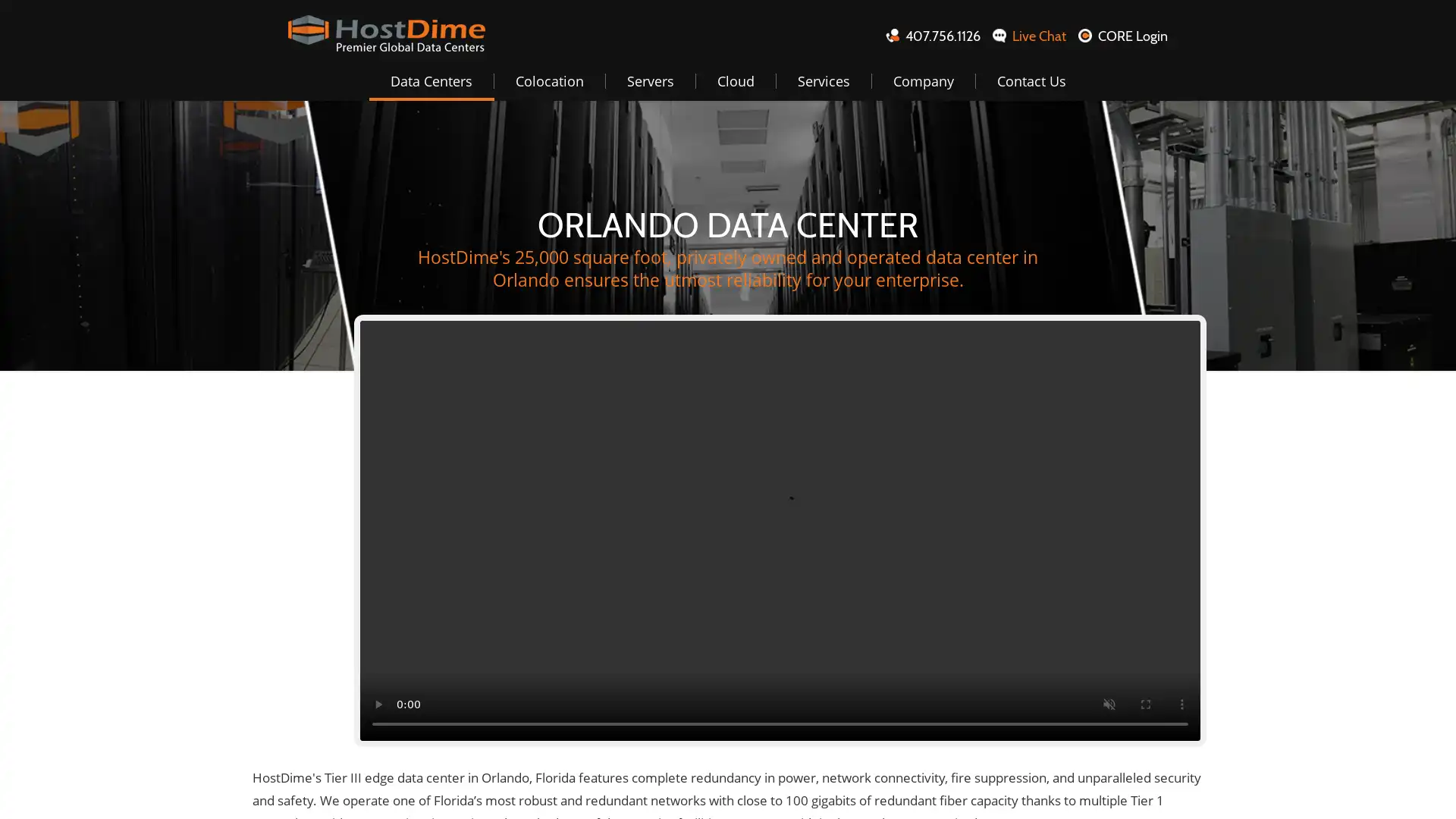  I want to click on enter full screen, so click(1146, 704).